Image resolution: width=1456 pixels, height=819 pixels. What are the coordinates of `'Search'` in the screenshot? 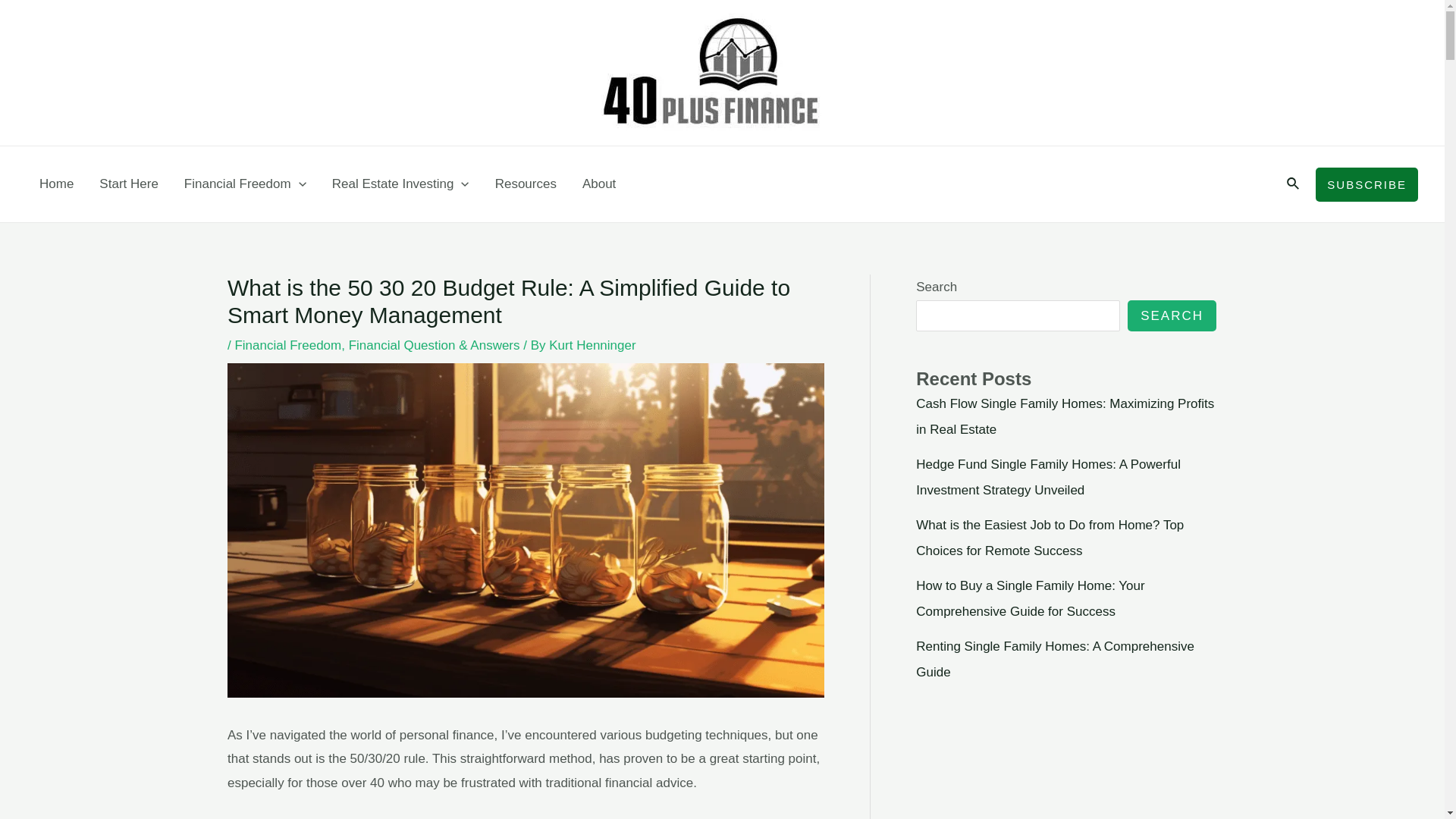 It's located at (1292, 184).